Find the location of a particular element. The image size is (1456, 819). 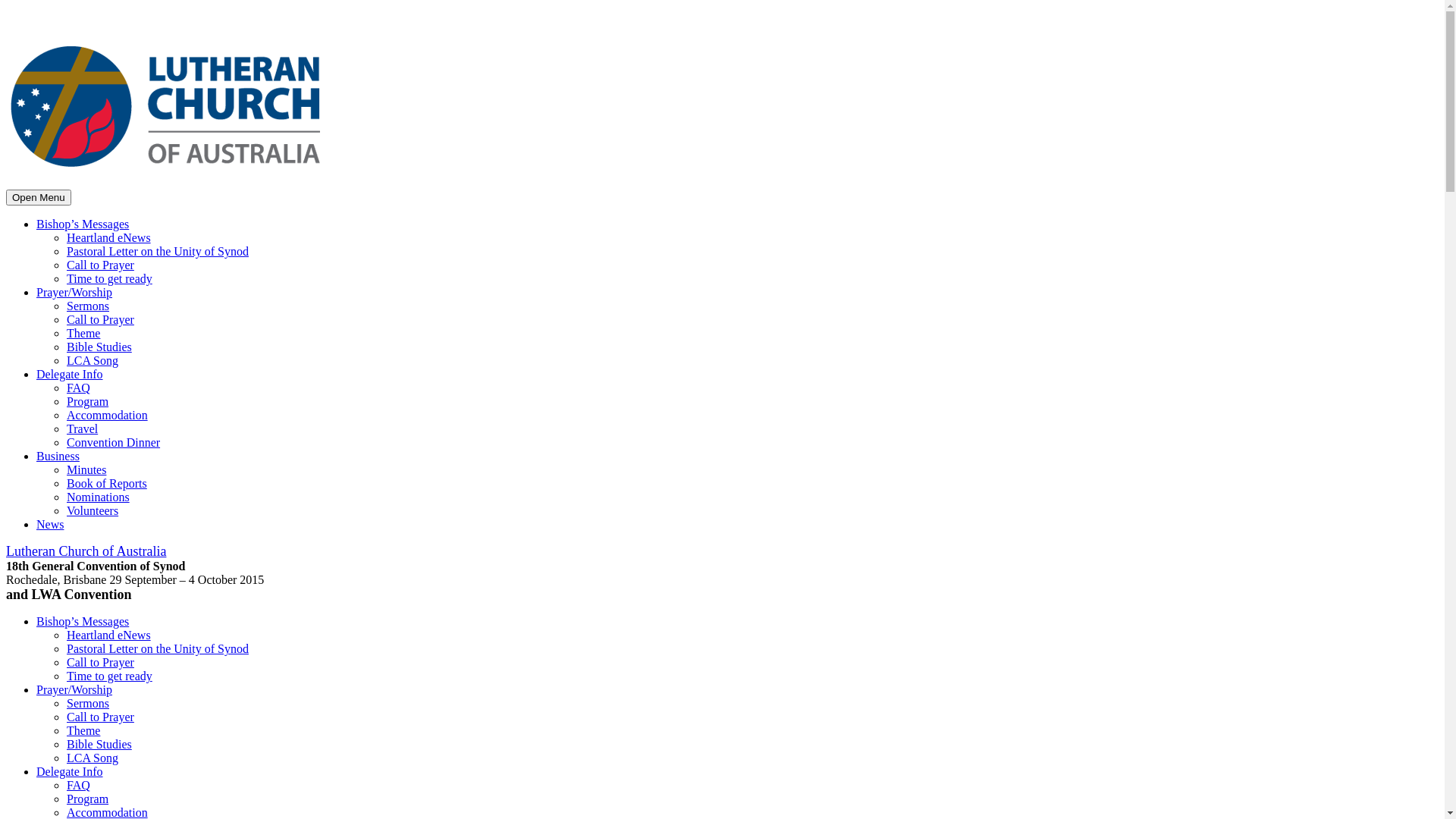

'Delegate Info' is located at coordinates (36, 374).